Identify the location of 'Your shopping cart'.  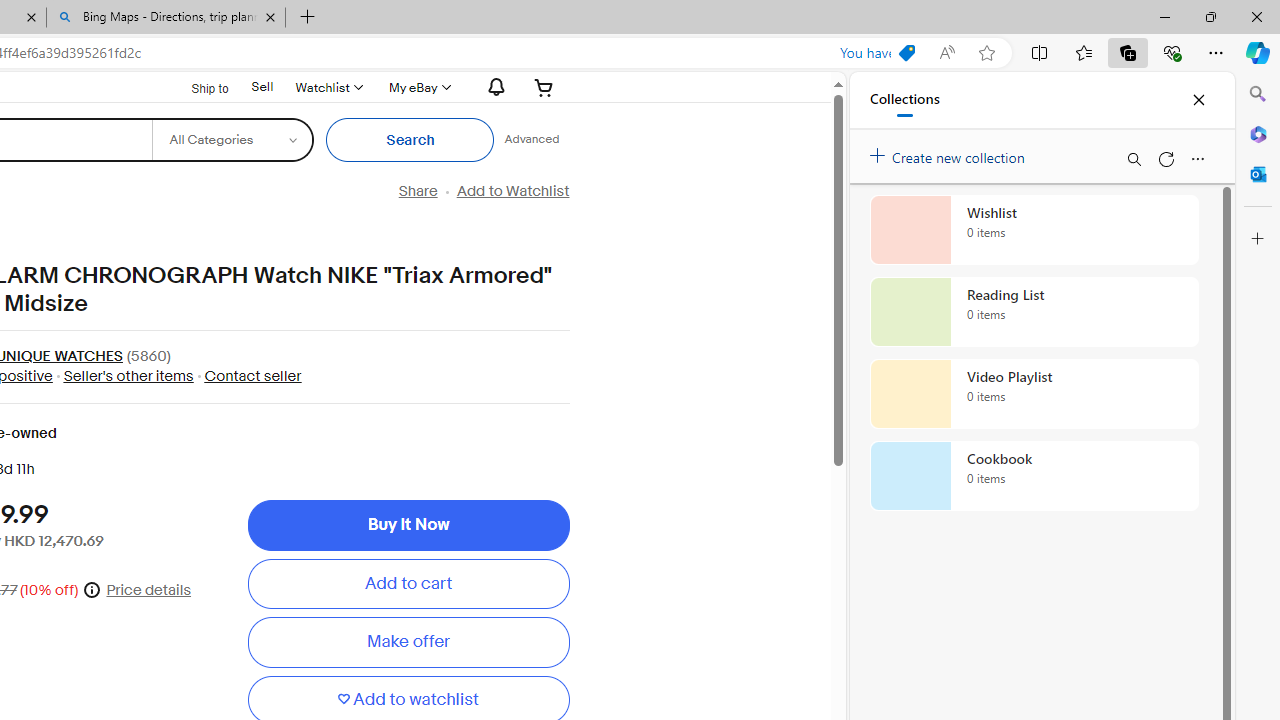
(544, 86).